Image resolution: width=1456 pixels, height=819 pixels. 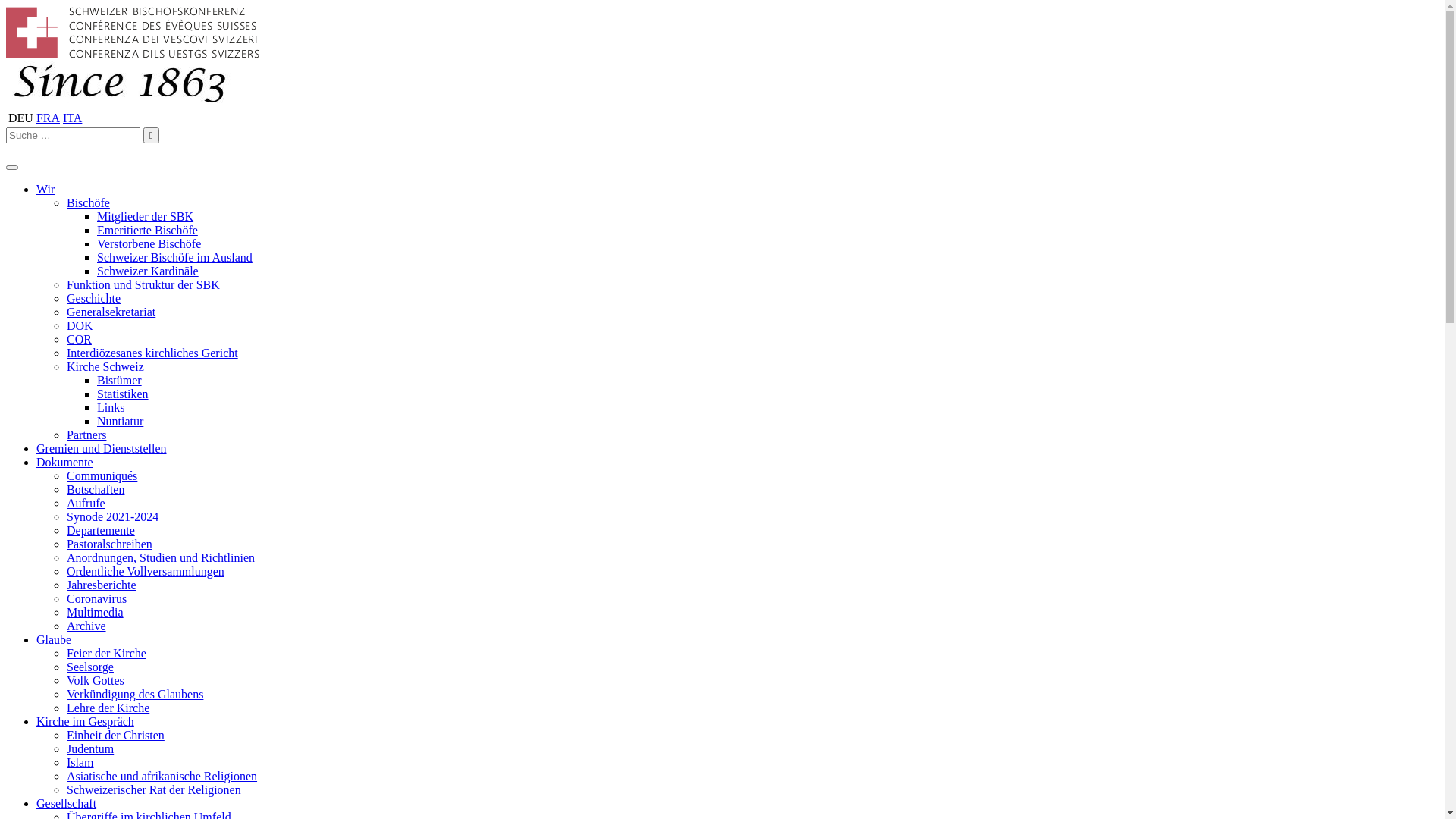 I want to click on 'Synode 2021-2024', so click(x=111, y=516).